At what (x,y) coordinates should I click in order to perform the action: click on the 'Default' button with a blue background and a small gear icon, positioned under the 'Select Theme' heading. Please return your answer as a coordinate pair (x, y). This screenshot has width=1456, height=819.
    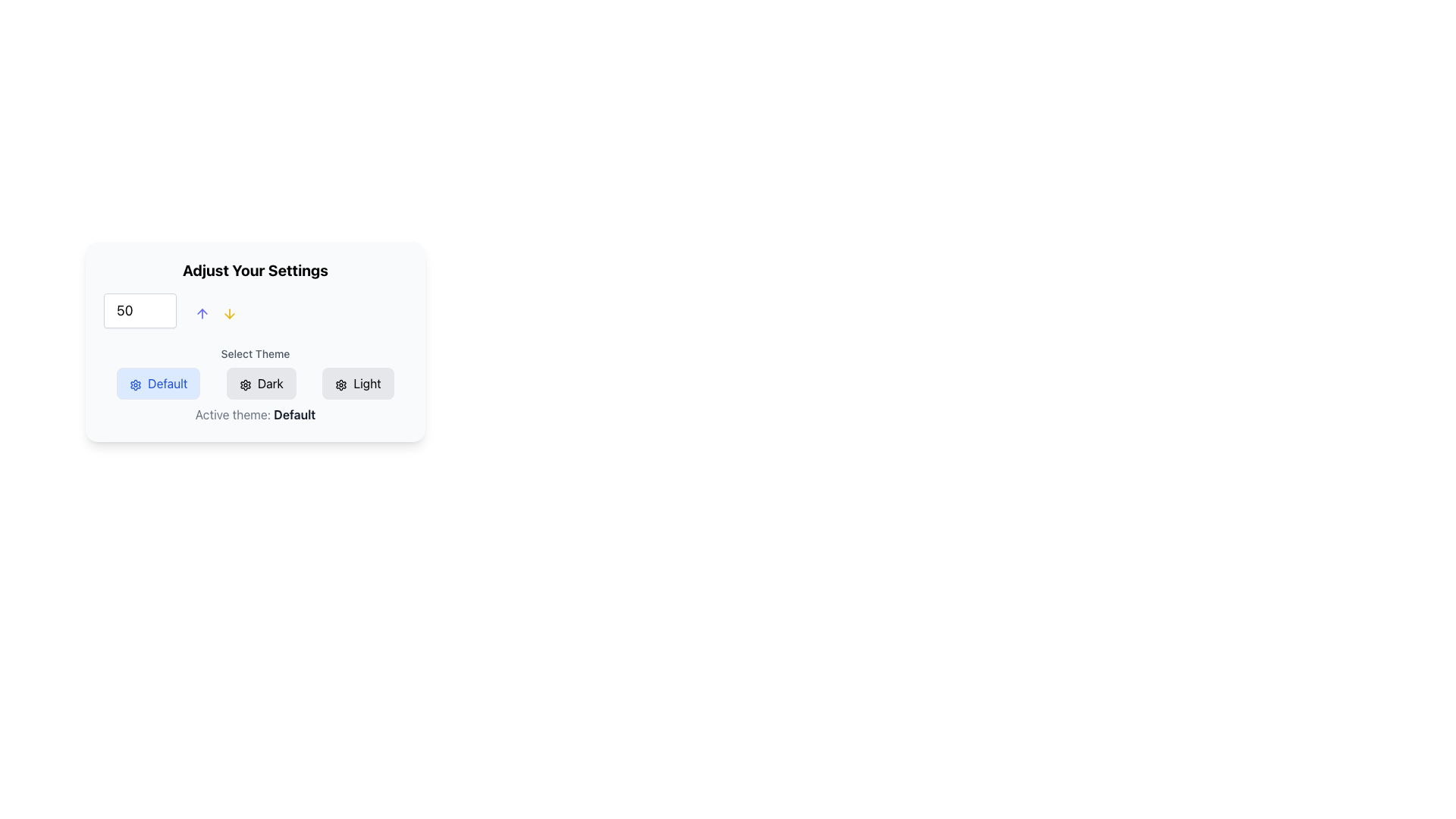
    Looking at the image, I should click on (158, 382).